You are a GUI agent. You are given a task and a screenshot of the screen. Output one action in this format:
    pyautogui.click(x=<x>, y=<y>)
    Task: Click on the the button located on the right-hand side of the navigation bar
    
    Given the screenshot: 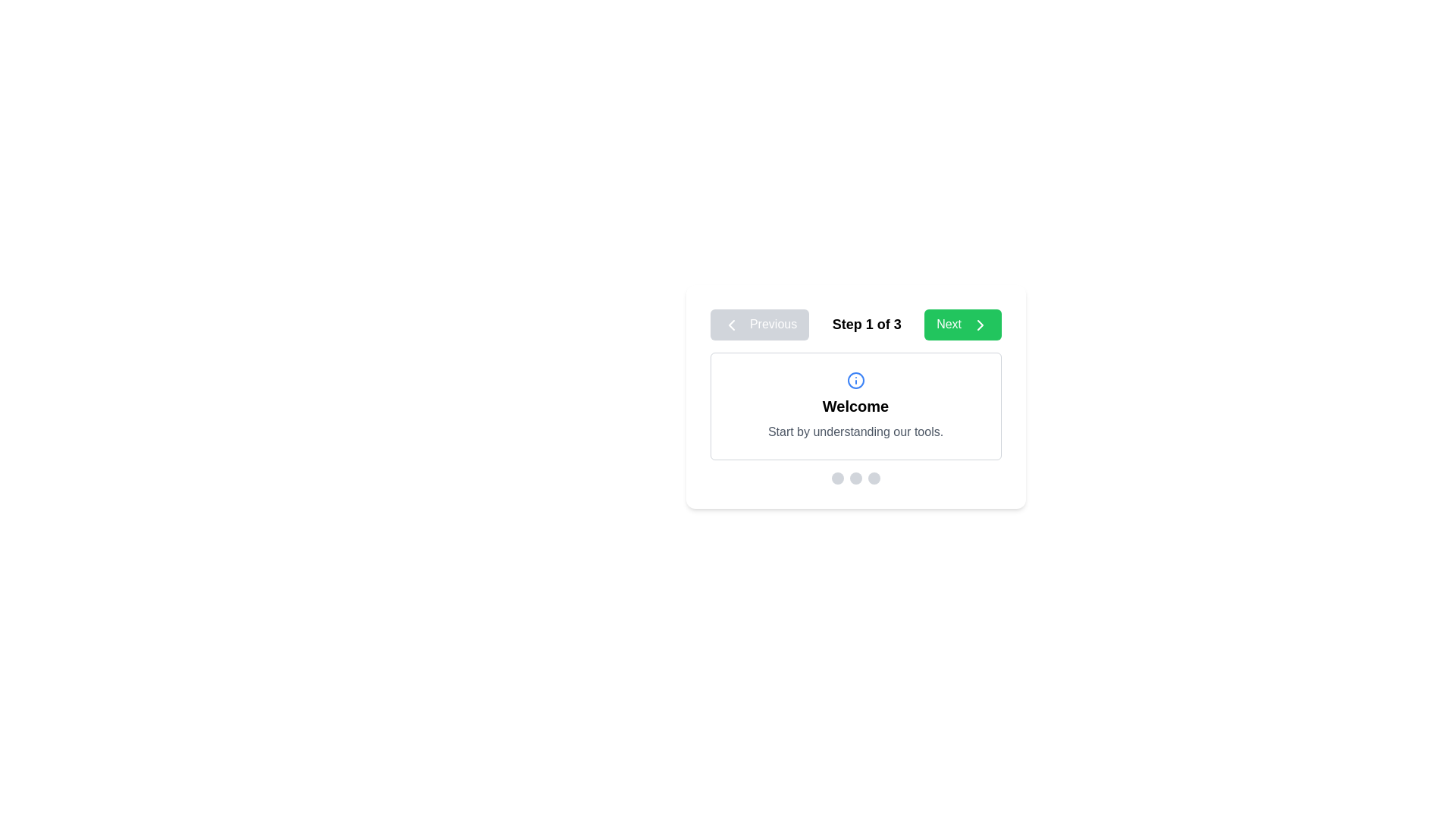 What is the action you would take?
    pyautogui.click(x=962, y=324)
    